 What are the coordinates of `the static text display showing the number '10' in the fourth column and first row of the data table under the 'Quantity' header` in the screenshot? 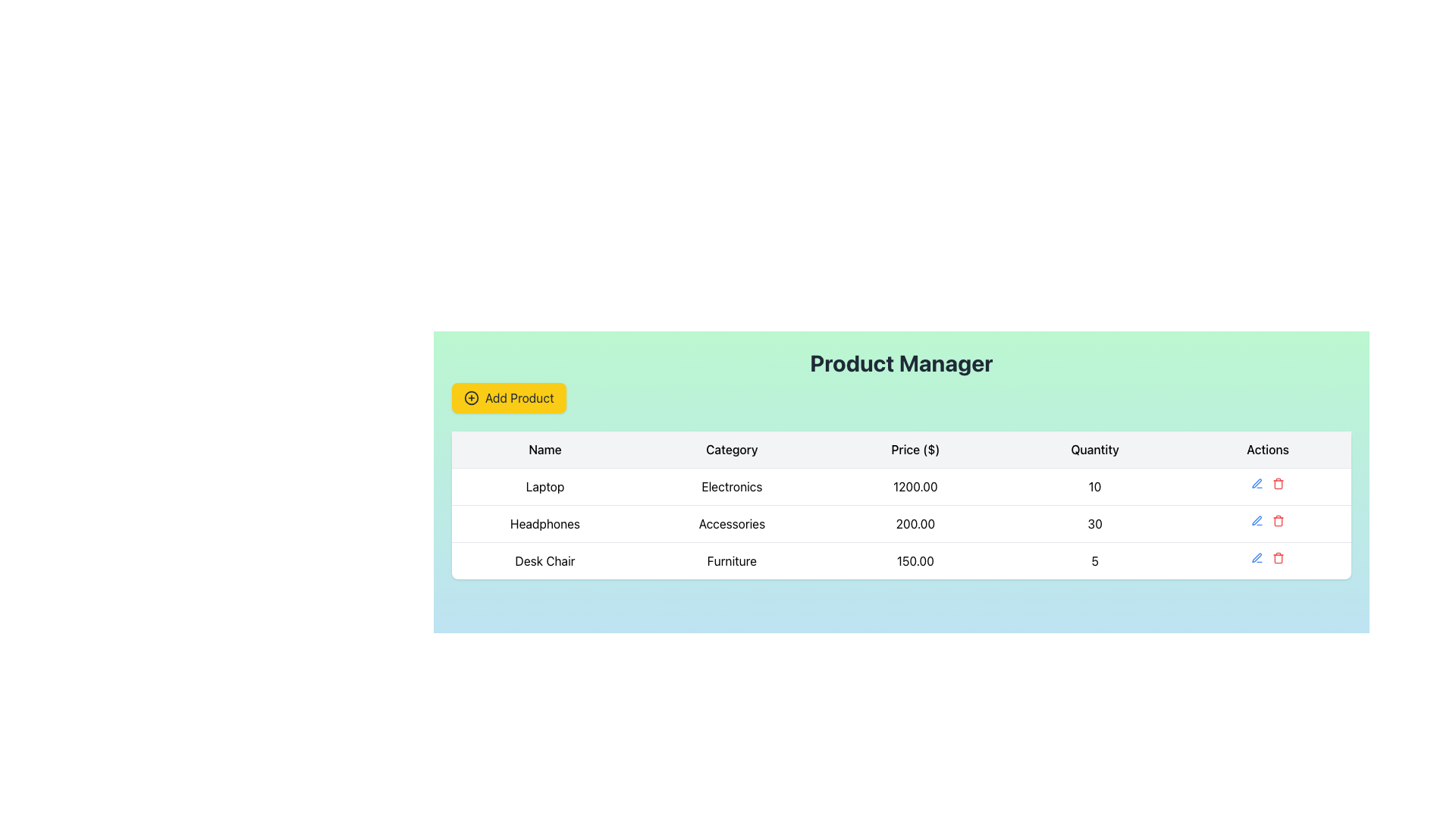 It's located at (1095, 486).